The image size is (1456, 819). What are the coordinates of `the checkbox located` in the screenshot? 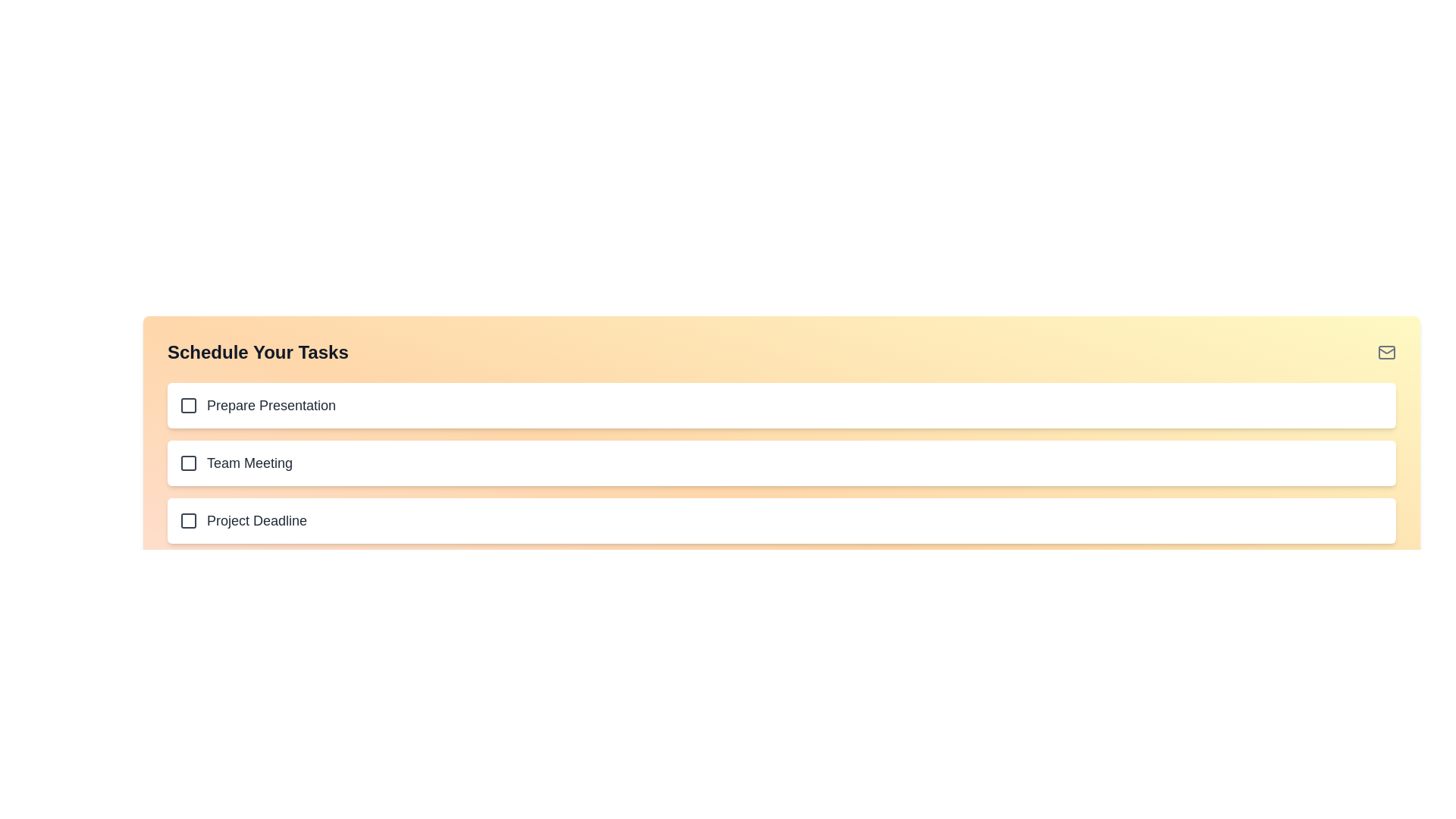 It's located at (188, 462).